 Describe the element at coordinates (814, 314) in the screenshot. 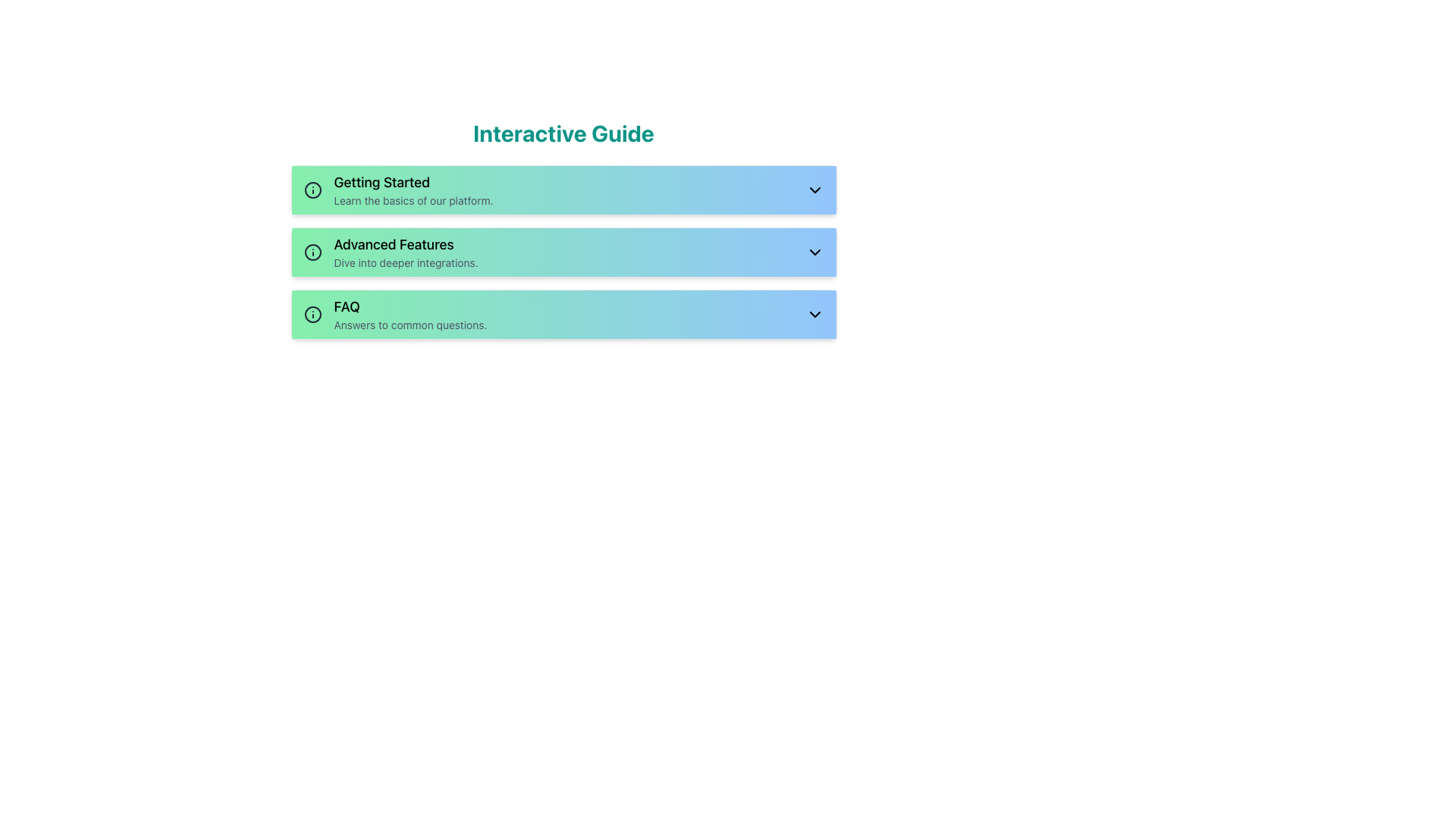

I see `the chevron-down icon located at the right side of the 'FAQ' section` at that location.